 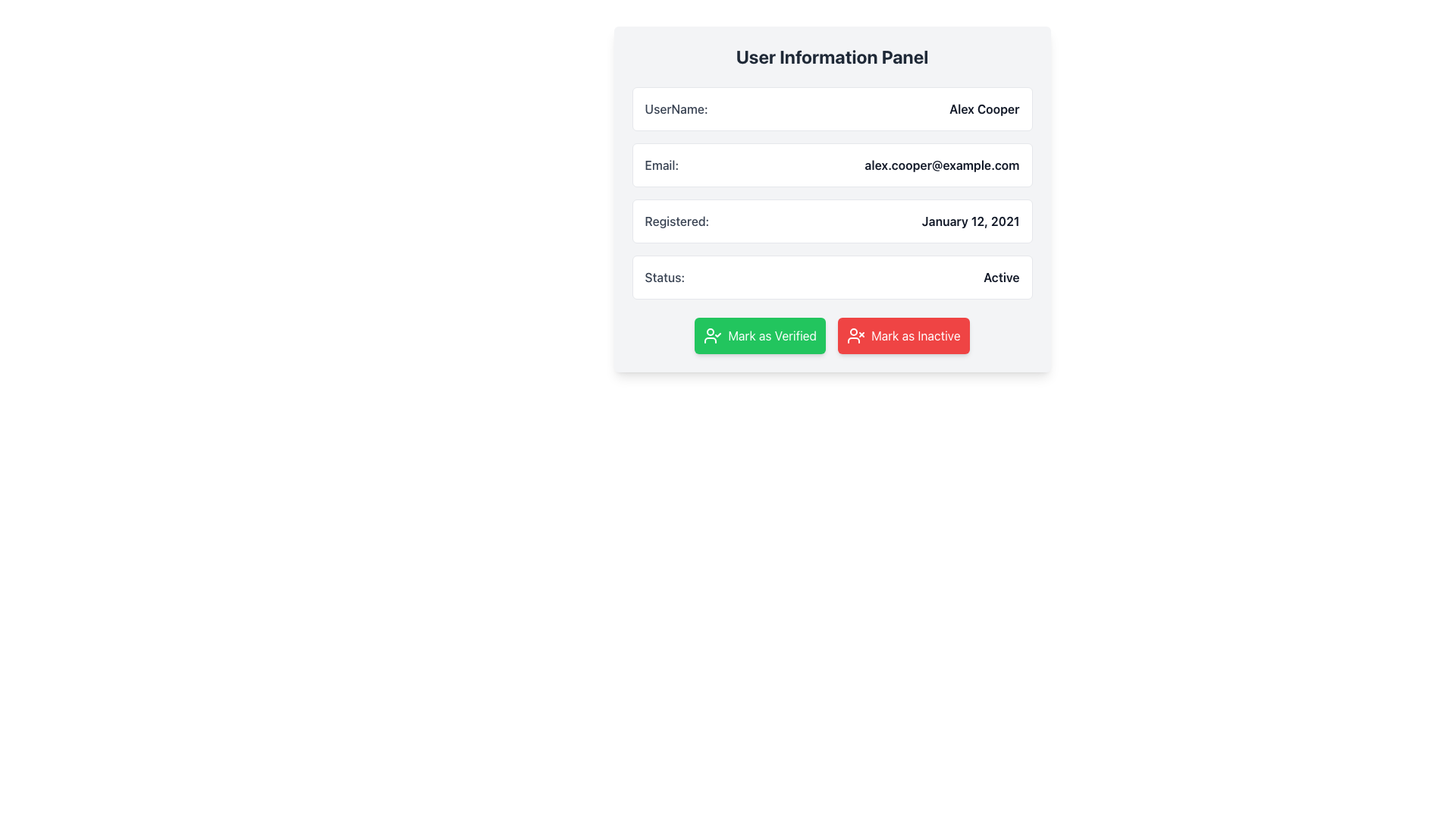 I want to click on the bold text label displaying the word 'Active' in black font, which is positioned to the right of the label 'Status:' within the user information panel, so click(x=1001, y=278).